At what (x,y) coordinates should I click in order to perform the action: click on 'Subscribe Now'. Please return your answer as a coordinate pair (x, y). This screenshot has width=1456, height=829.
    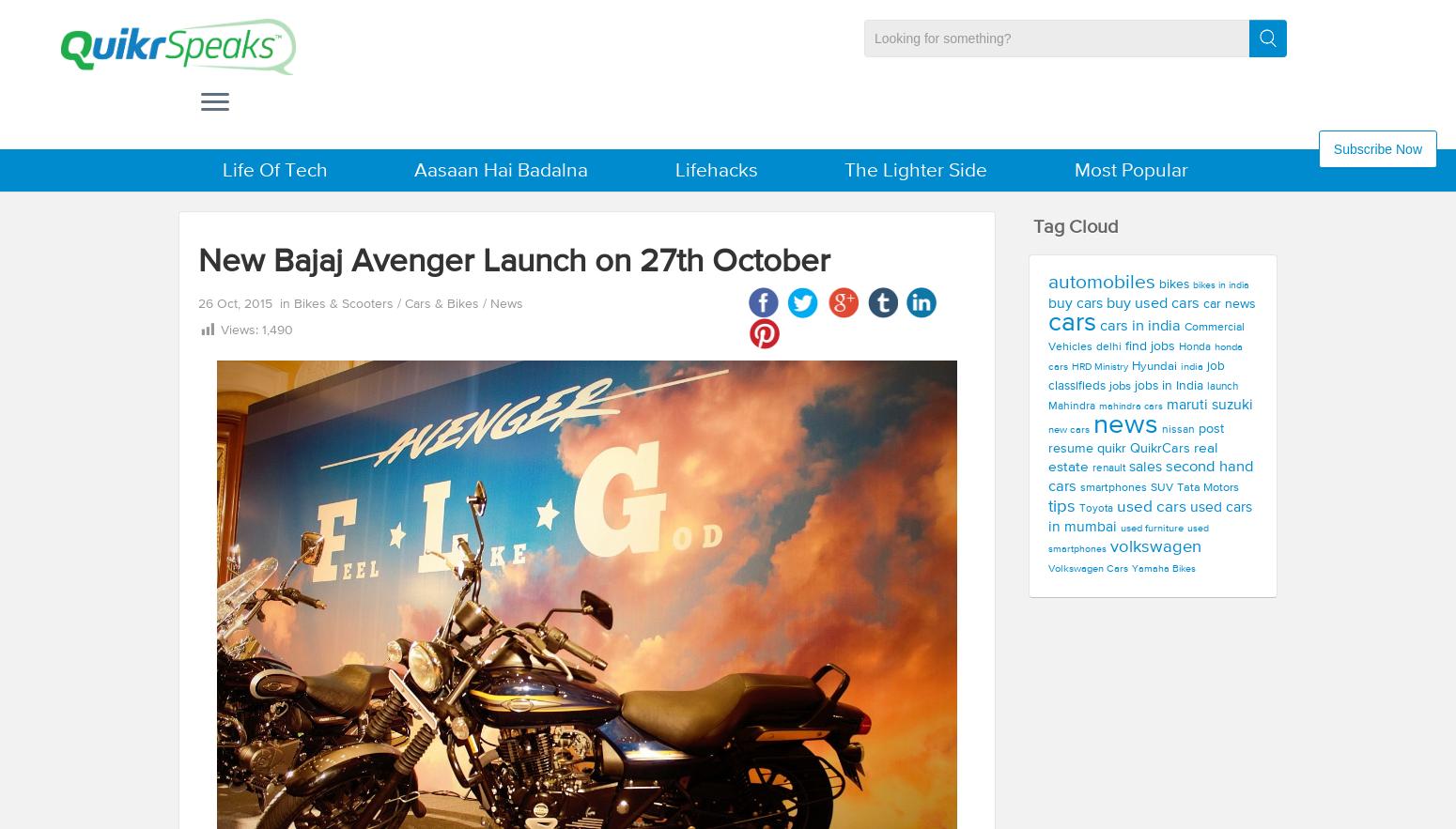
    Looking at the image, I should click on (1376, 147).